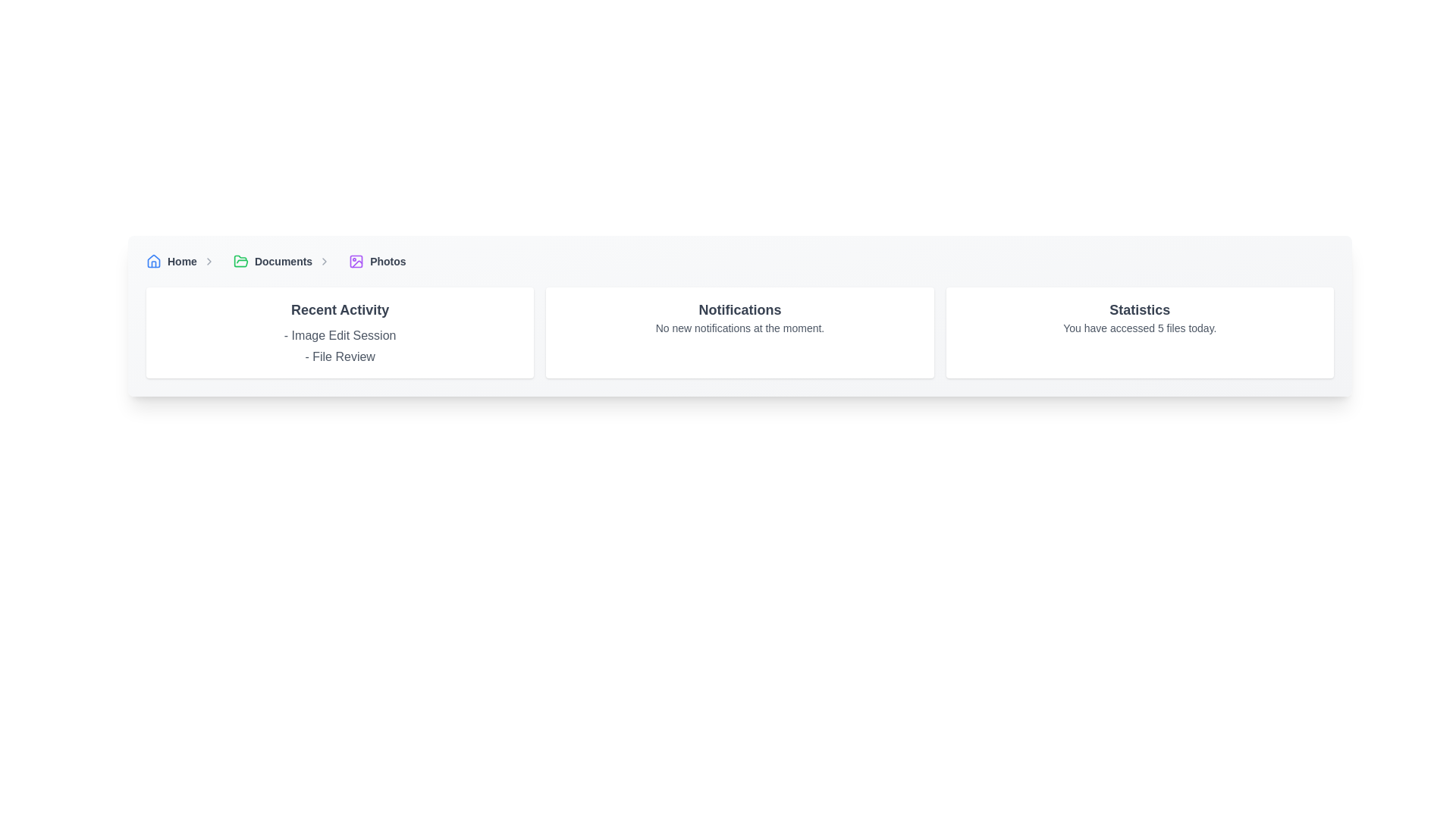 The image size is (1456, 819). Describe the element at coordinates (284, 260) in the screenshot. I see `the 'Documents' label in the breadcrumb navigation bar, which is displayed in bold grayish text and located between the green folder icon and the 'Photos' item` at that location.